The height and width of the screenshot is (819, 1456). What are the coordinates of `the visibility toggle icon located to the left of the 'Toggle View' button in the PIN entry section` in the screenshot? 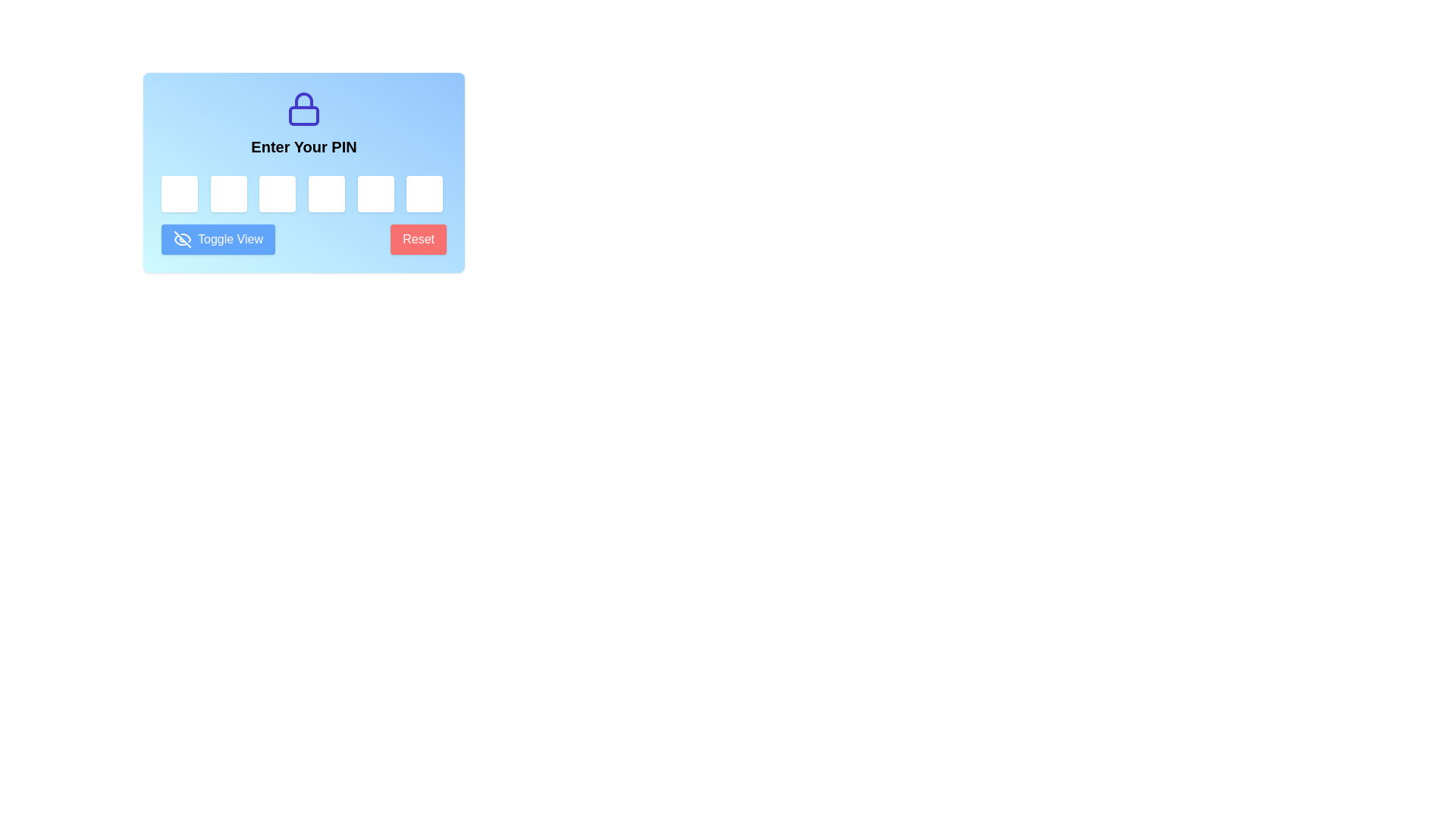 It's located at (182, 239).